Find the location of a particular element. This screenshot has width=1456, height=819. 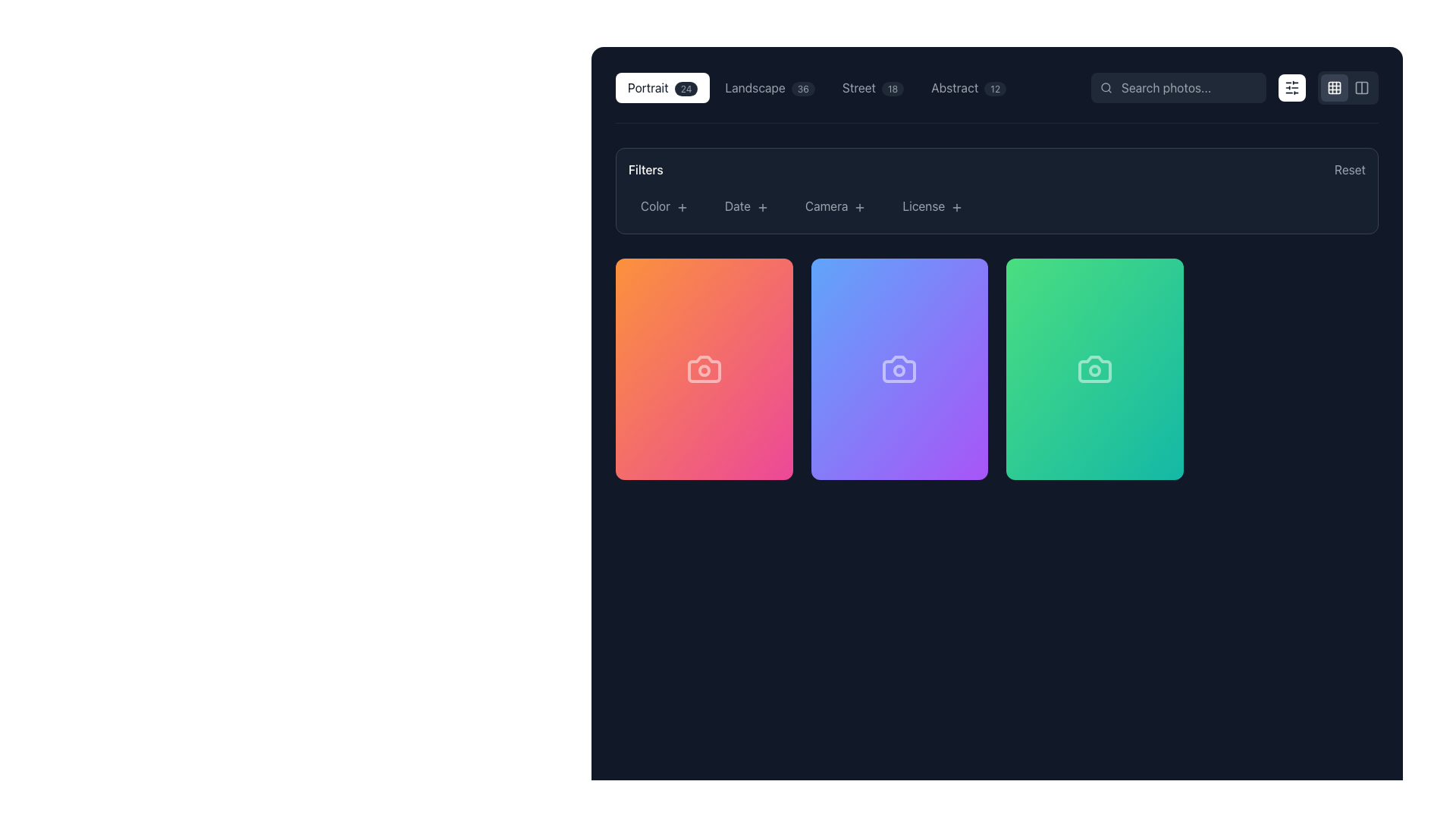

the small rectangular shape with rounded corners, styled as part of the SVG icon in the top-right section of the interface is located at coordinates (1361, 87).